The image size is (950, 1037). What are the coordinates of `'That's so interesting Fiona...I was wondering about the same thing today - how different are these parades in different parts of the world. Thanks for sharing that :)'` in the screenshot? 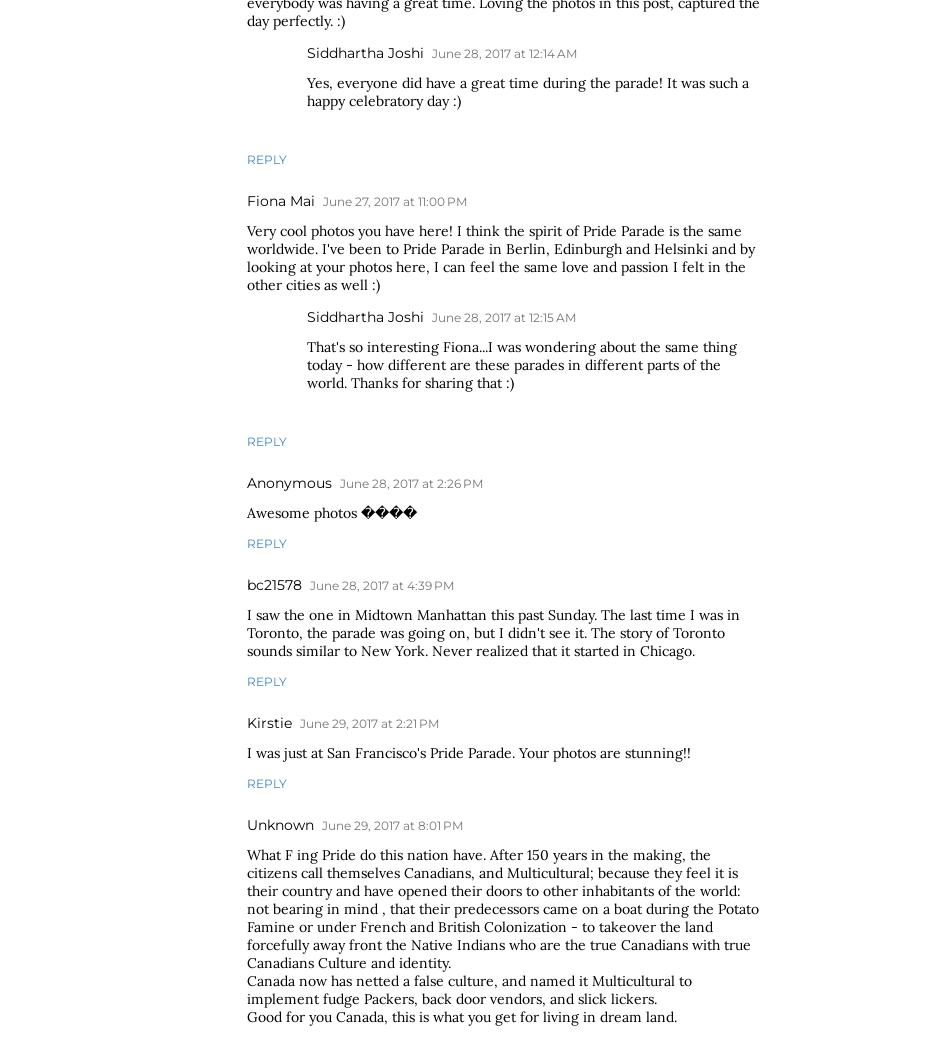 It's located at (522, 364).